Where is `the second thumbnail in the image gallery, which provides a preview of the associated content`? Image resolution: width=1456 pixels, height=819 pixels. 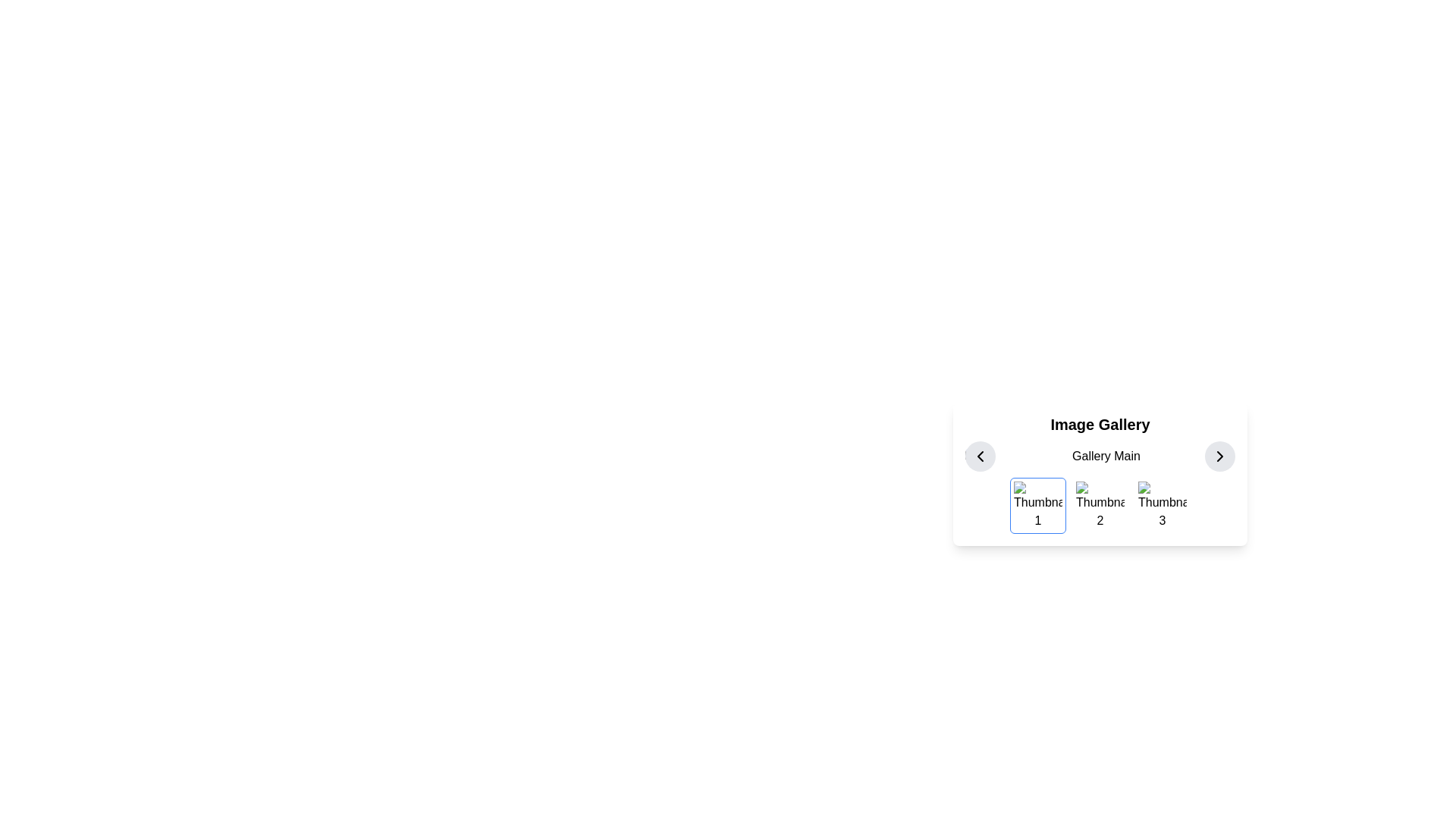
the second thumbnail in the image gallery, which provides a preview of the associated content is located at coordinates (1100, 506).